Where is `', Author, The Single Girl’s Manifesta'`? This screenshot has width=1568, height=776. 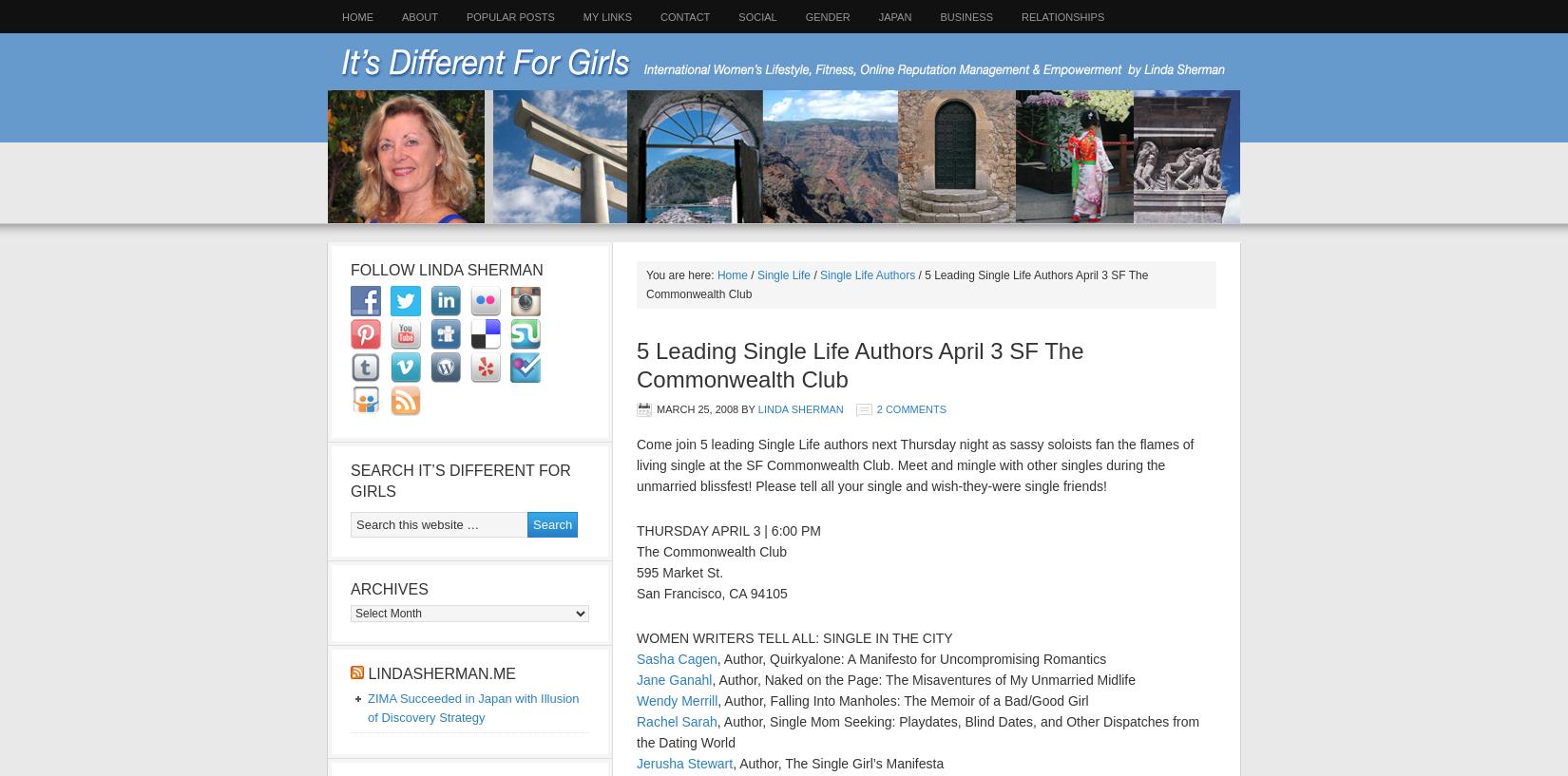
', Author, The Single Girl’s Manifesta' is located at coordinates (837, 764).